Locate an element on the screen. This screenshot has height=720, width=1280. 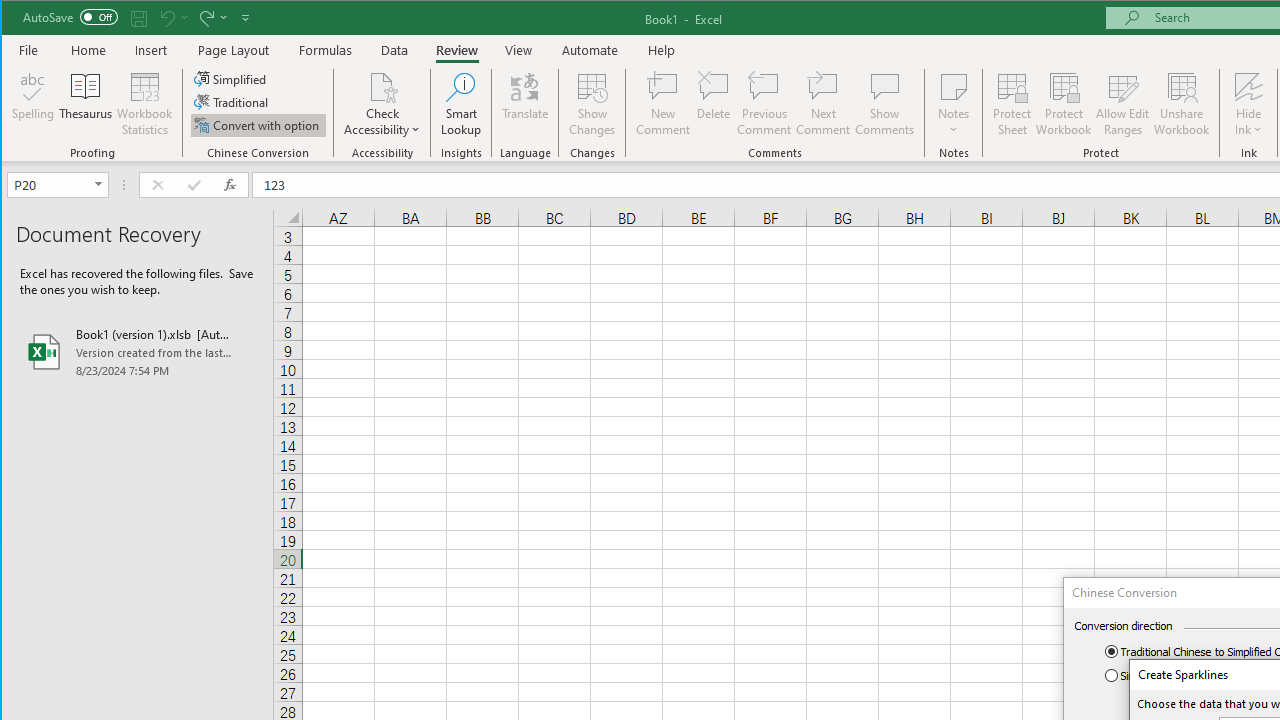
'Notes' is located at coordinates (953, 104).